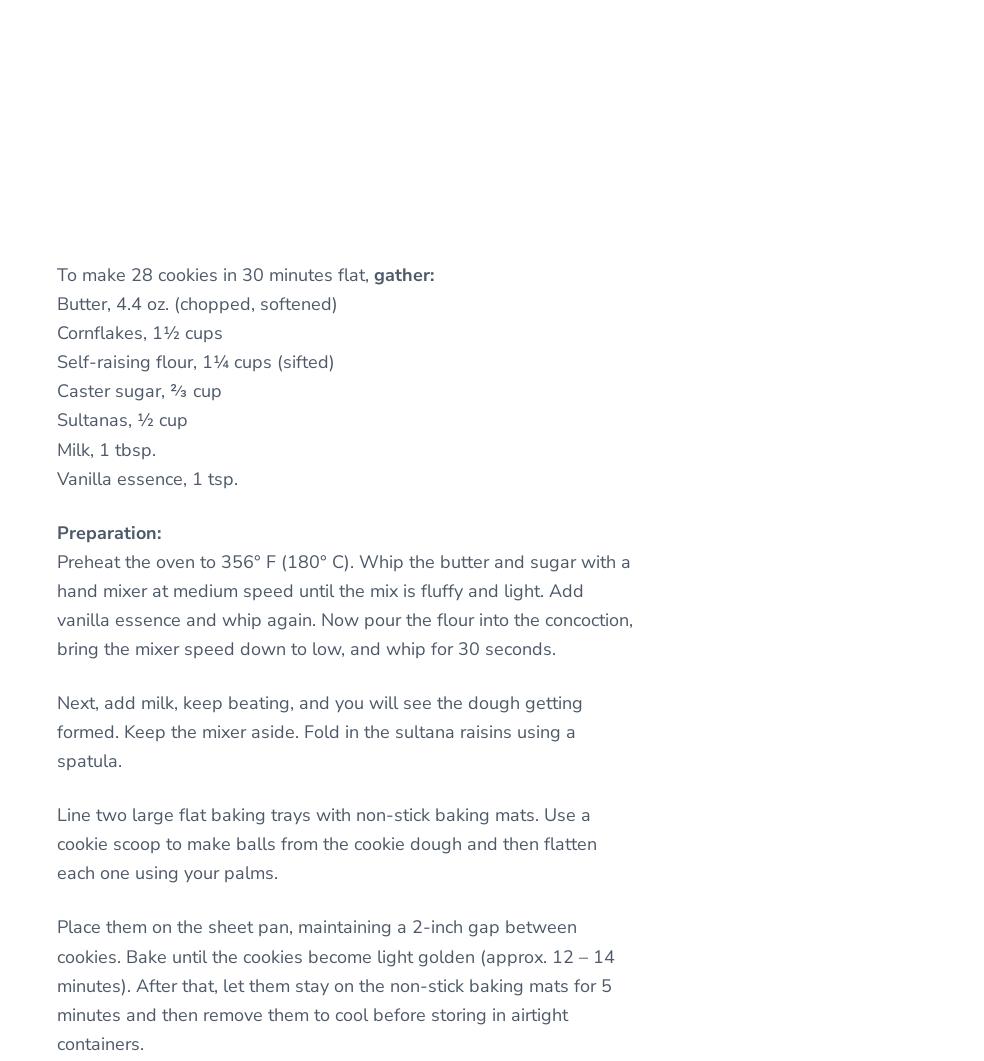 Image resolution: width=984 pixels, height=1061 pixels. What do you see at coordinates (147, 477) in the screenshot?
I see `'Vanilla essence, 1 tsp.'` at bounding box center [147, 477].